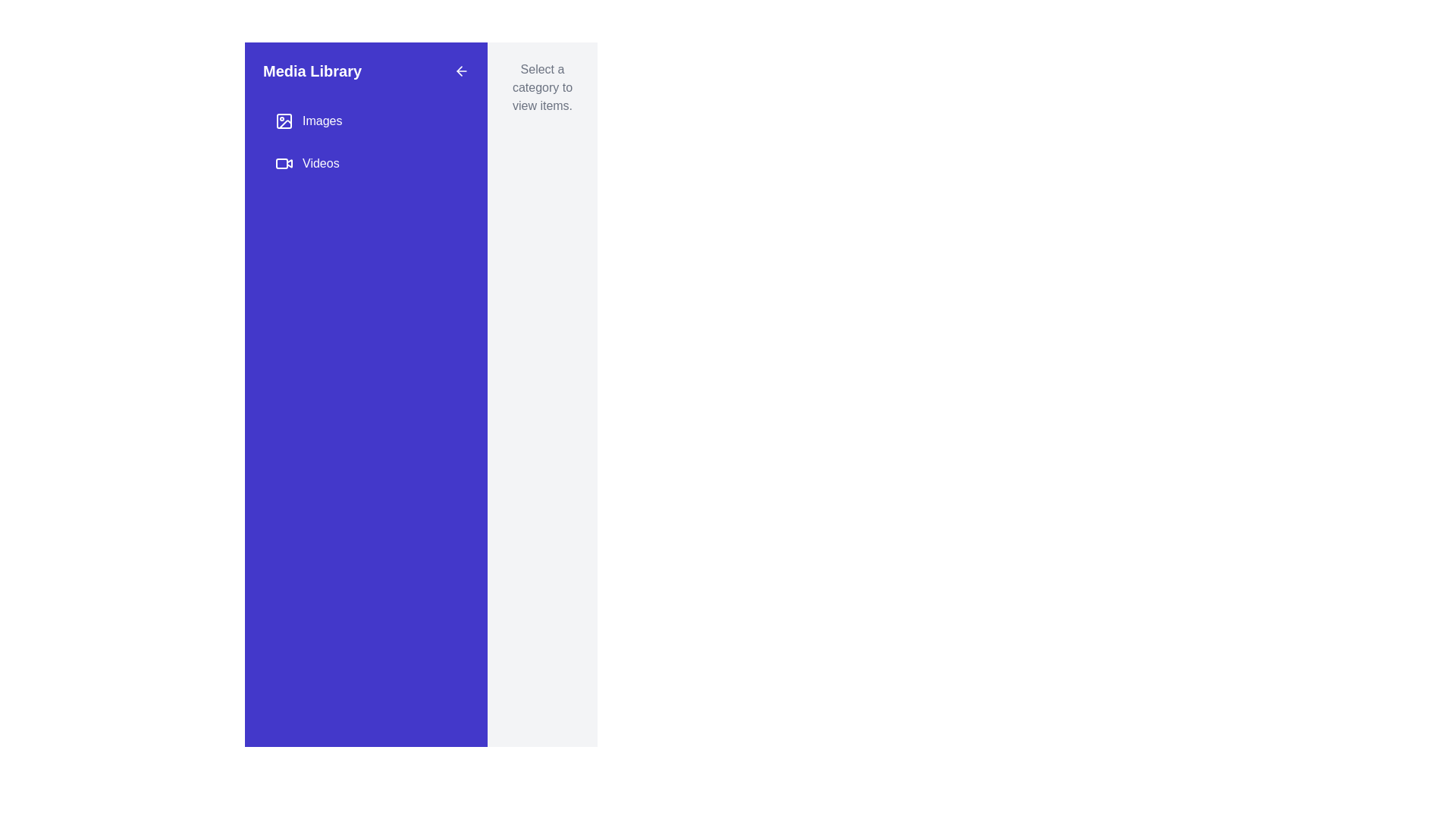 The image size is (1456, 819). Describe the element at coordinates (312, 71) in the screenshot. I see `bold header text displaying 'Media Library' which is prominently positioned at the top left of a blue panel` at that location.